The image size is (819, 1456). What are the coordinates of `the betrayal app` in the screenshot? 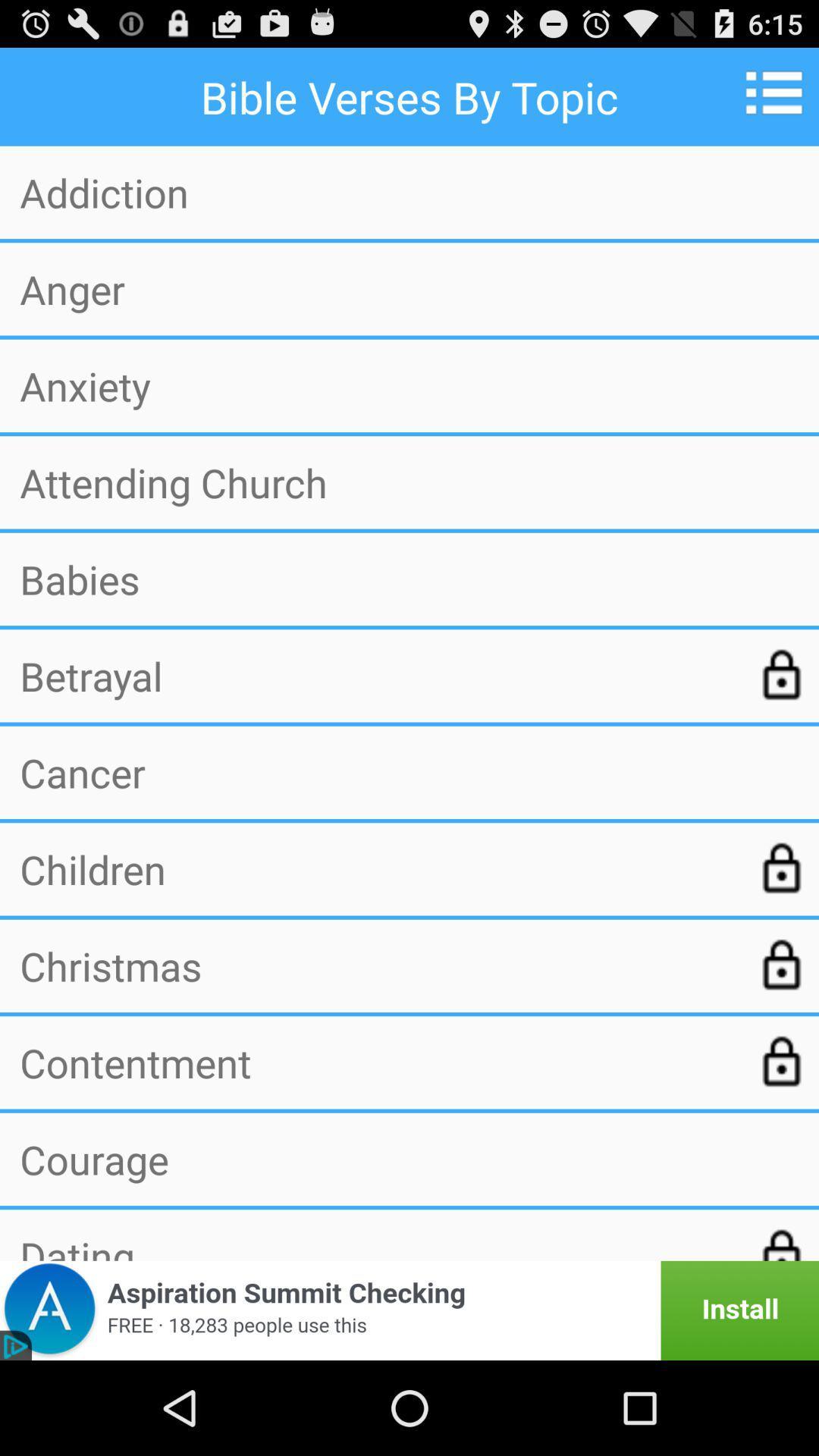 It's located at (376, 675).